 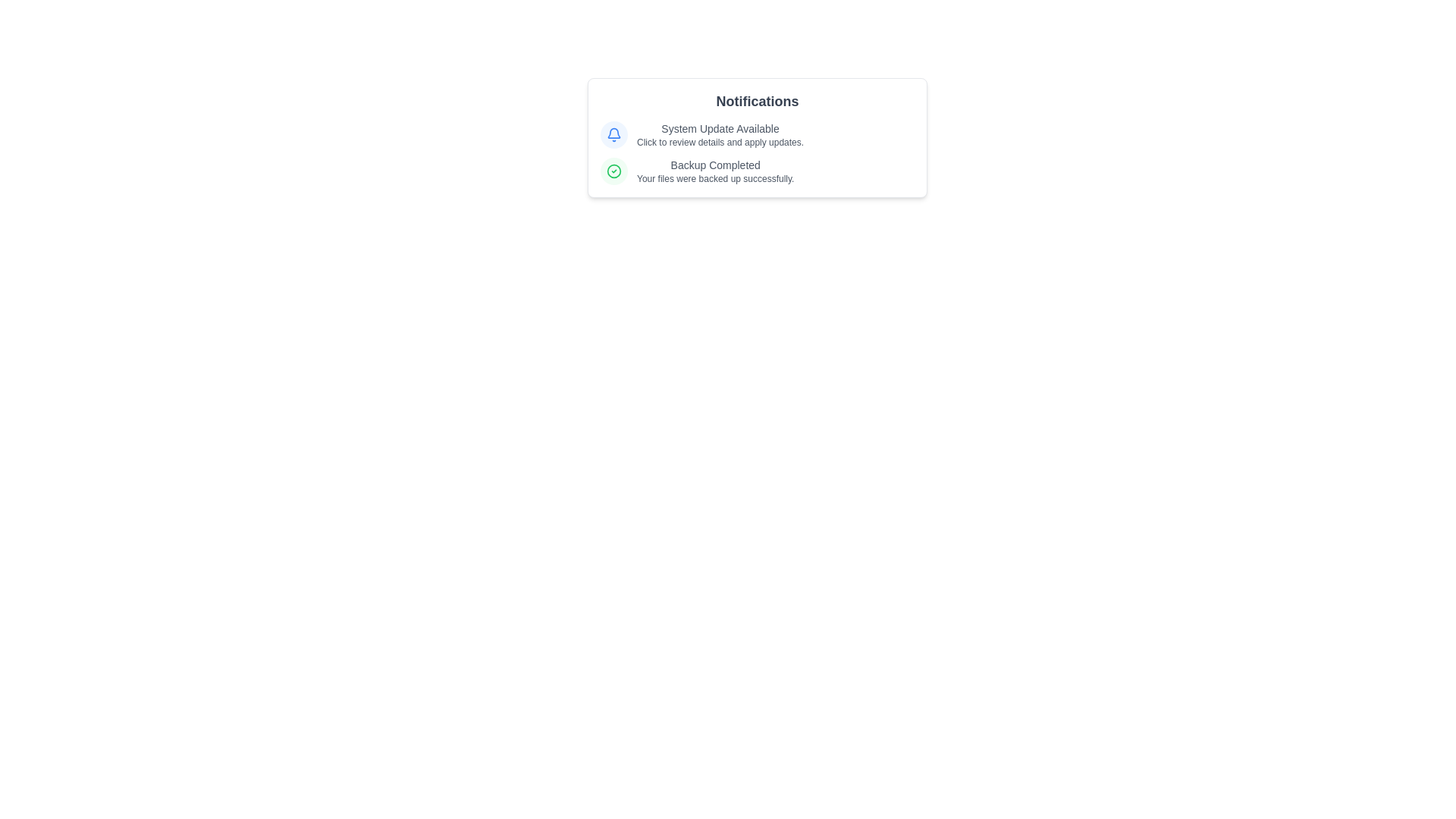 What do you see at coordinates (614, 171) in the screenshot?
I see `the success indication icon located to the left of the 'Backup Completed' text in the green-shaded notification area to recognize the successful completion of the backup process` at bounding box center [614, 171].